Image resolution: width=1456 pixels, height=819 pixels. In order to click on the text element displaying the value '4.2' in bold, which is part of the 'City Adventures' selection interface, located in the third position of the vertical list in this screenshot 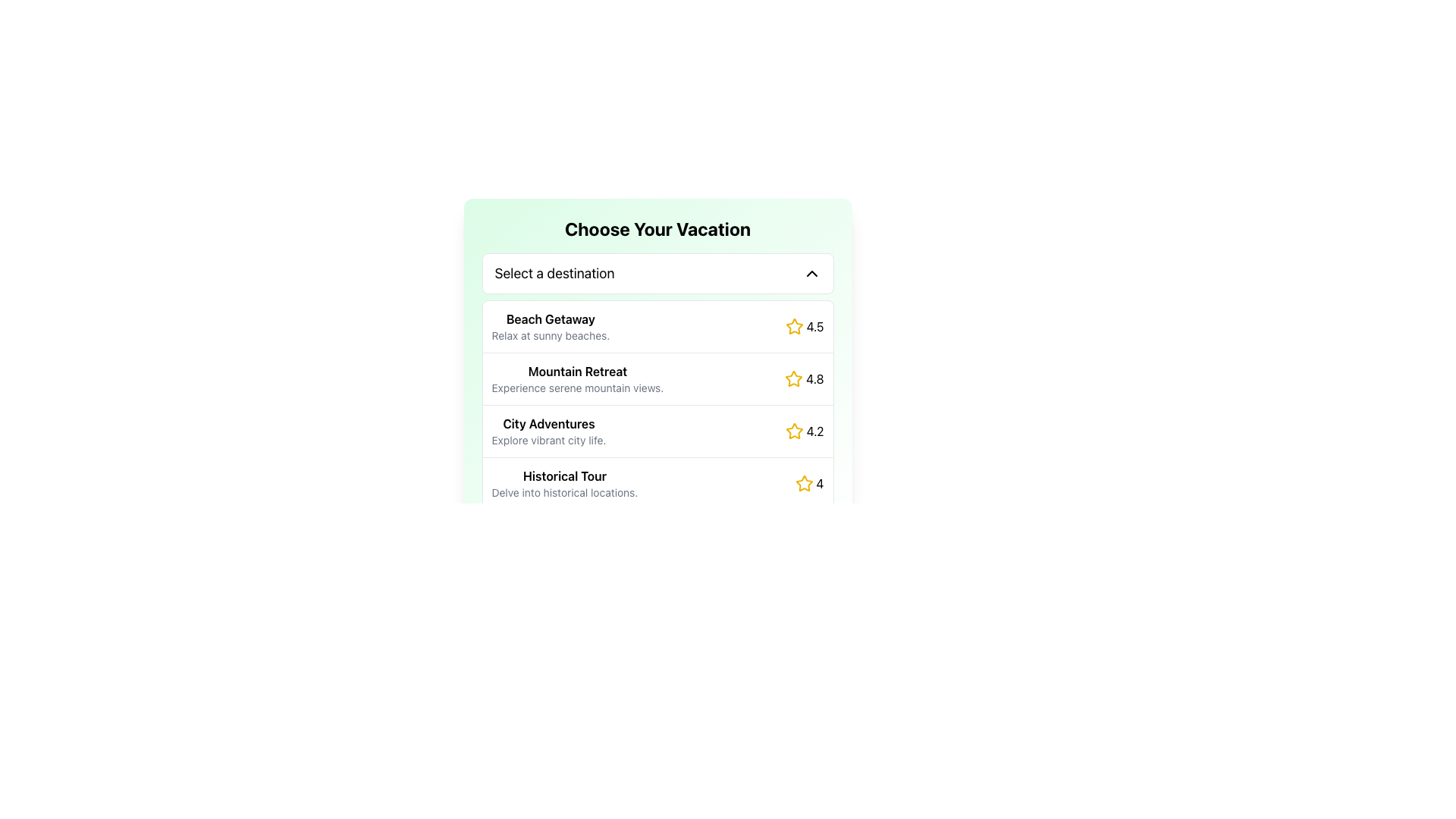, I will do `click(814, 431)`.